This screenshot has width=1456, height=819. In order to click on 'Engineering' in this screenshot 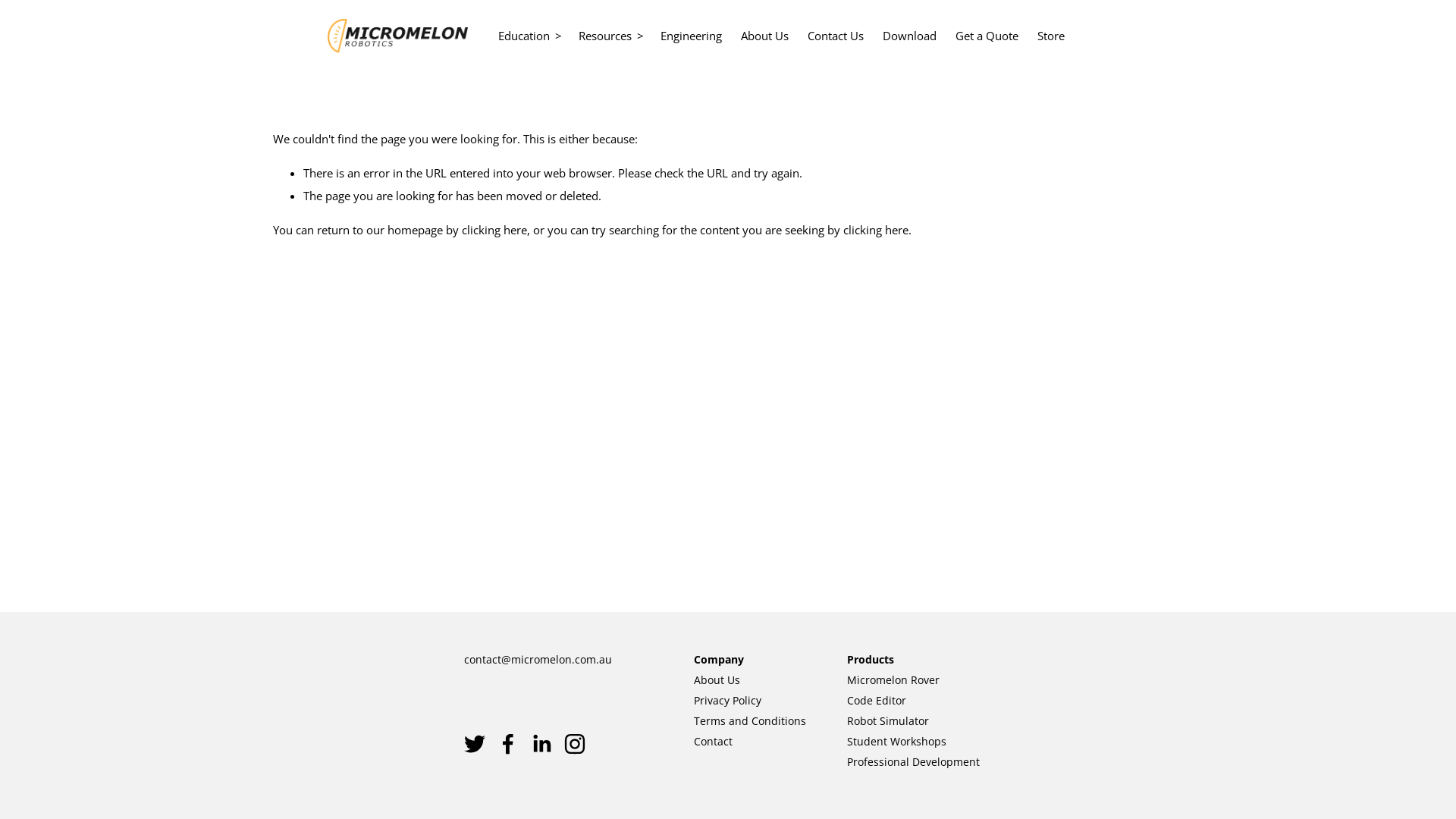, I will do `click(660, 35)`.